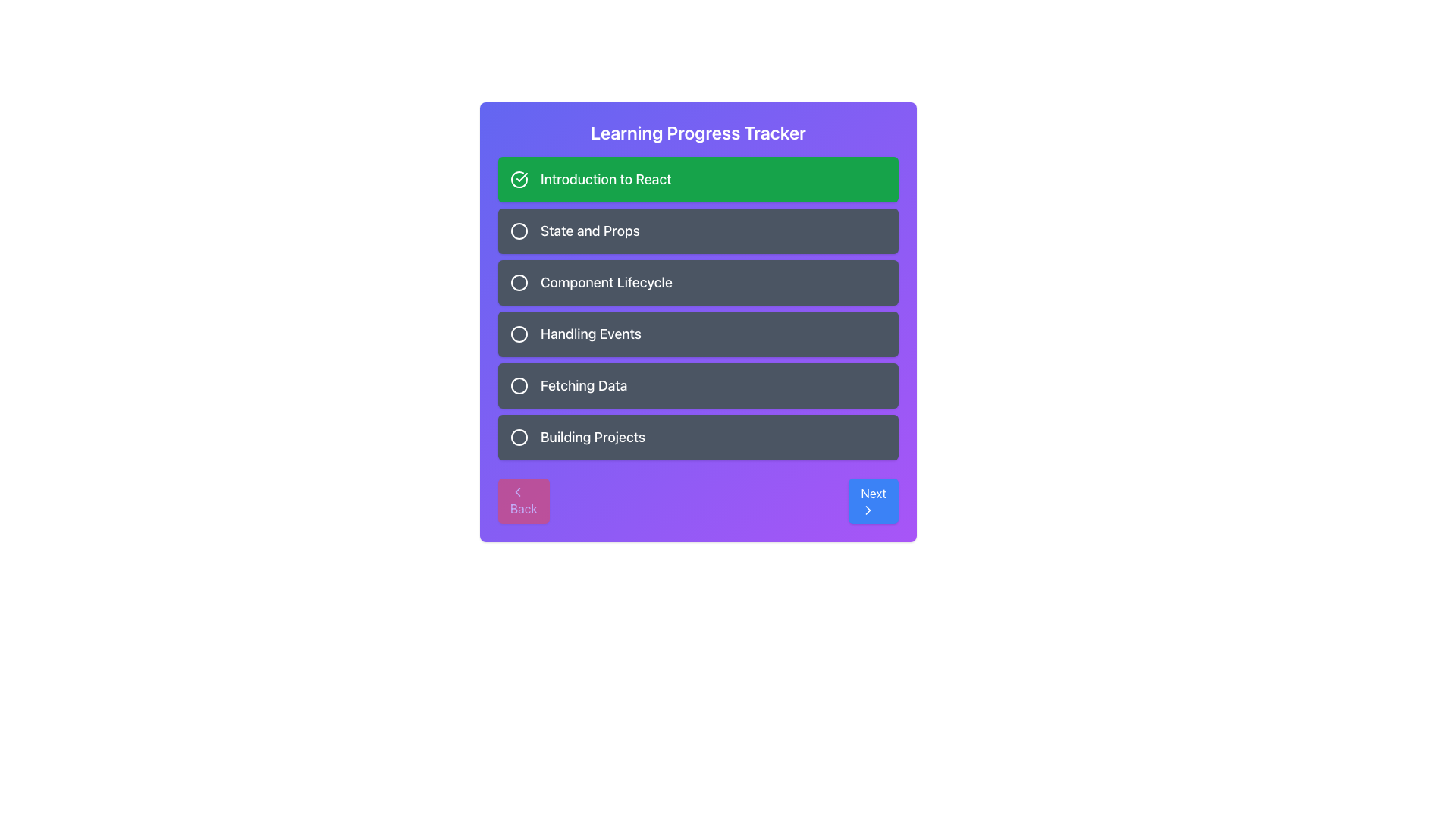 The width and height of the screenshot is (1456, 819). What do you see at coordinates (517, 491) in the screenshot?
I see `the leftward navigation icon located to the left of the 'Back' button at the bottom-left corner of the 'Learning Progress Tracker' card for navigation hints` at bounding box center [517, 491].